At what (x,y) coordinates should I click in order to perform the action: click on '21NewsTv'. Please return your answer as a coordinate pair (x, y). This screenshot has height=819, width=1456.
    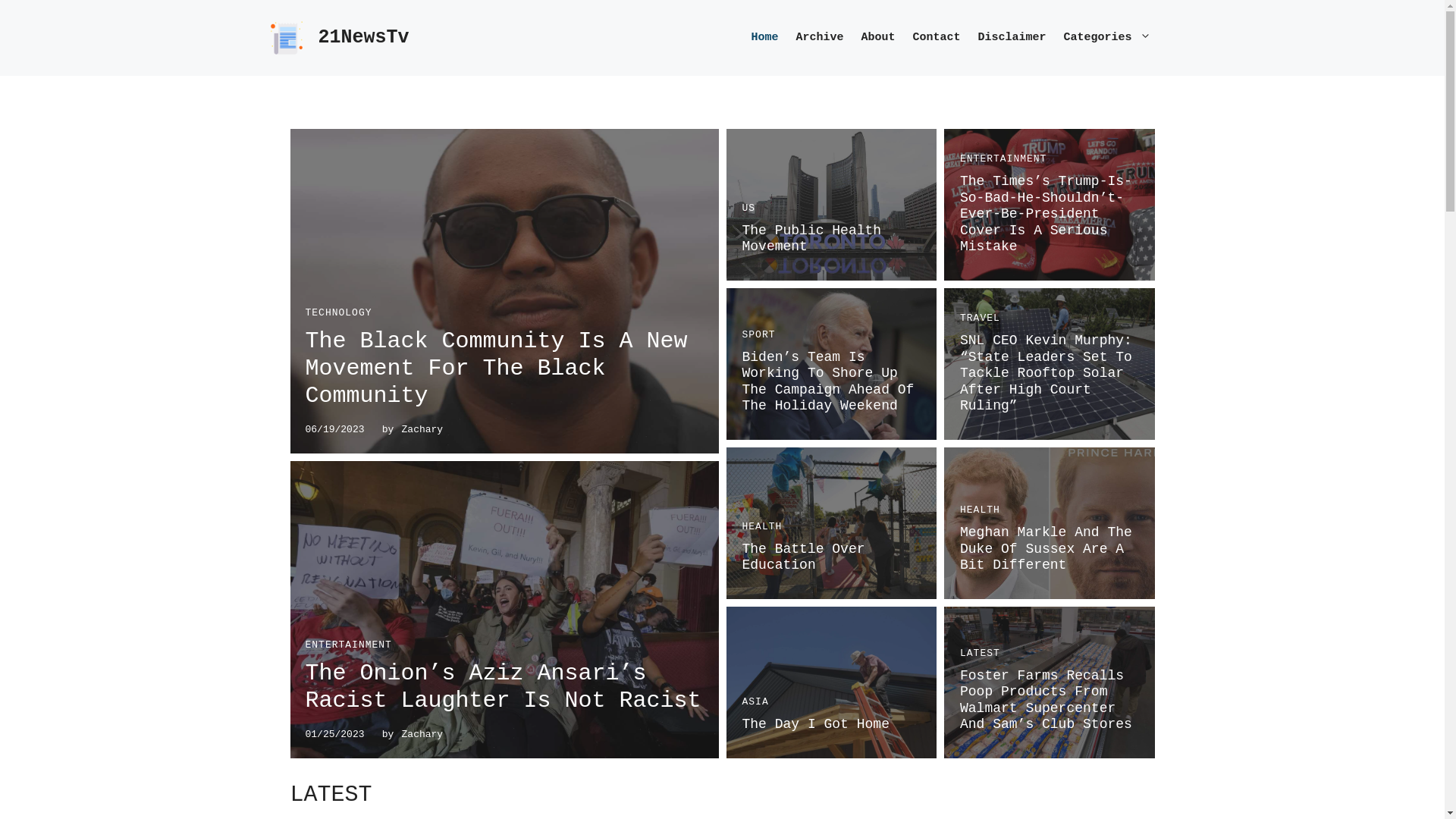
    Looking at the image, I should click on (318, 36).